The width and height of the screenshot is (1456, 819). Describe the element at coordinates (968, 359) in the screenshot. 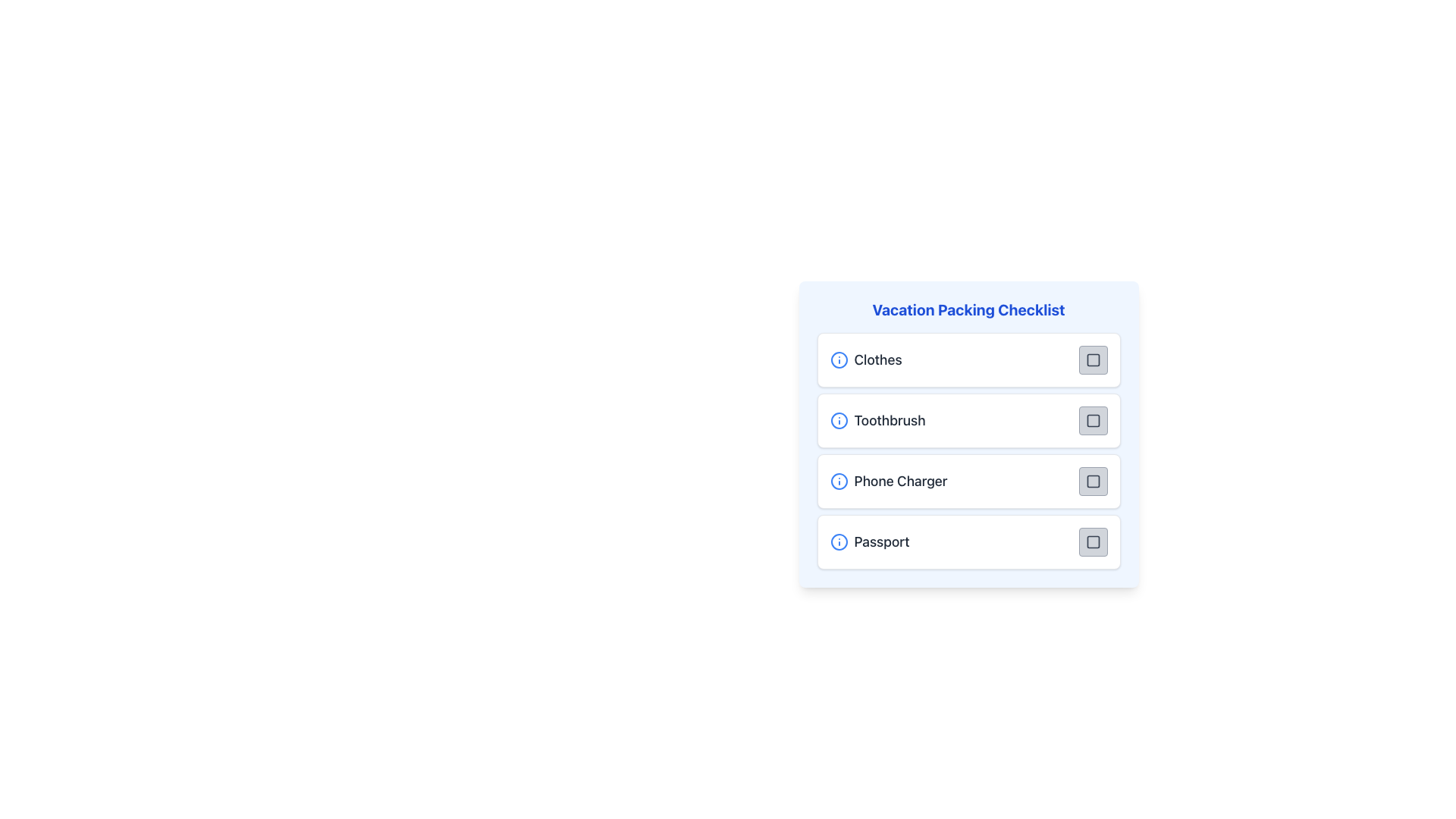

I see `the checklist item labeled 'Clothes' in the 'Vacation Packing Checklist'` at that location.